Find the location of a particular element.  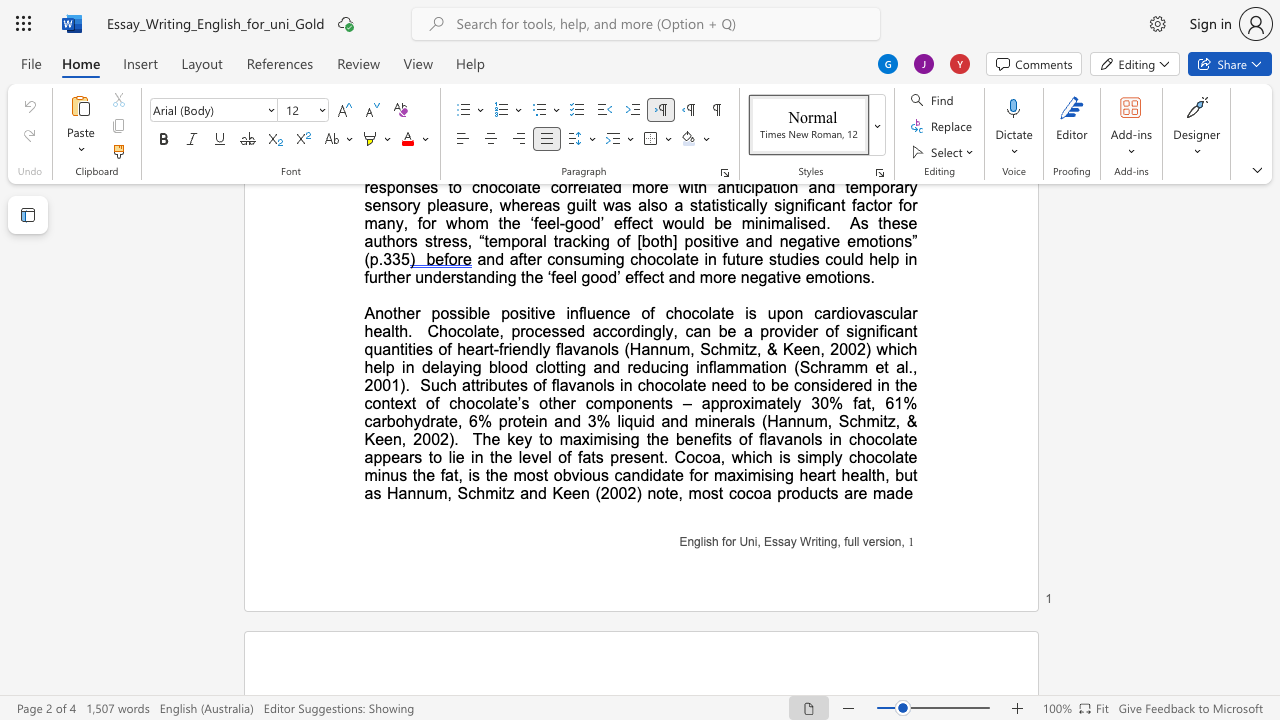

the 1th character "C" in the text is located at coordinates (680, 457).